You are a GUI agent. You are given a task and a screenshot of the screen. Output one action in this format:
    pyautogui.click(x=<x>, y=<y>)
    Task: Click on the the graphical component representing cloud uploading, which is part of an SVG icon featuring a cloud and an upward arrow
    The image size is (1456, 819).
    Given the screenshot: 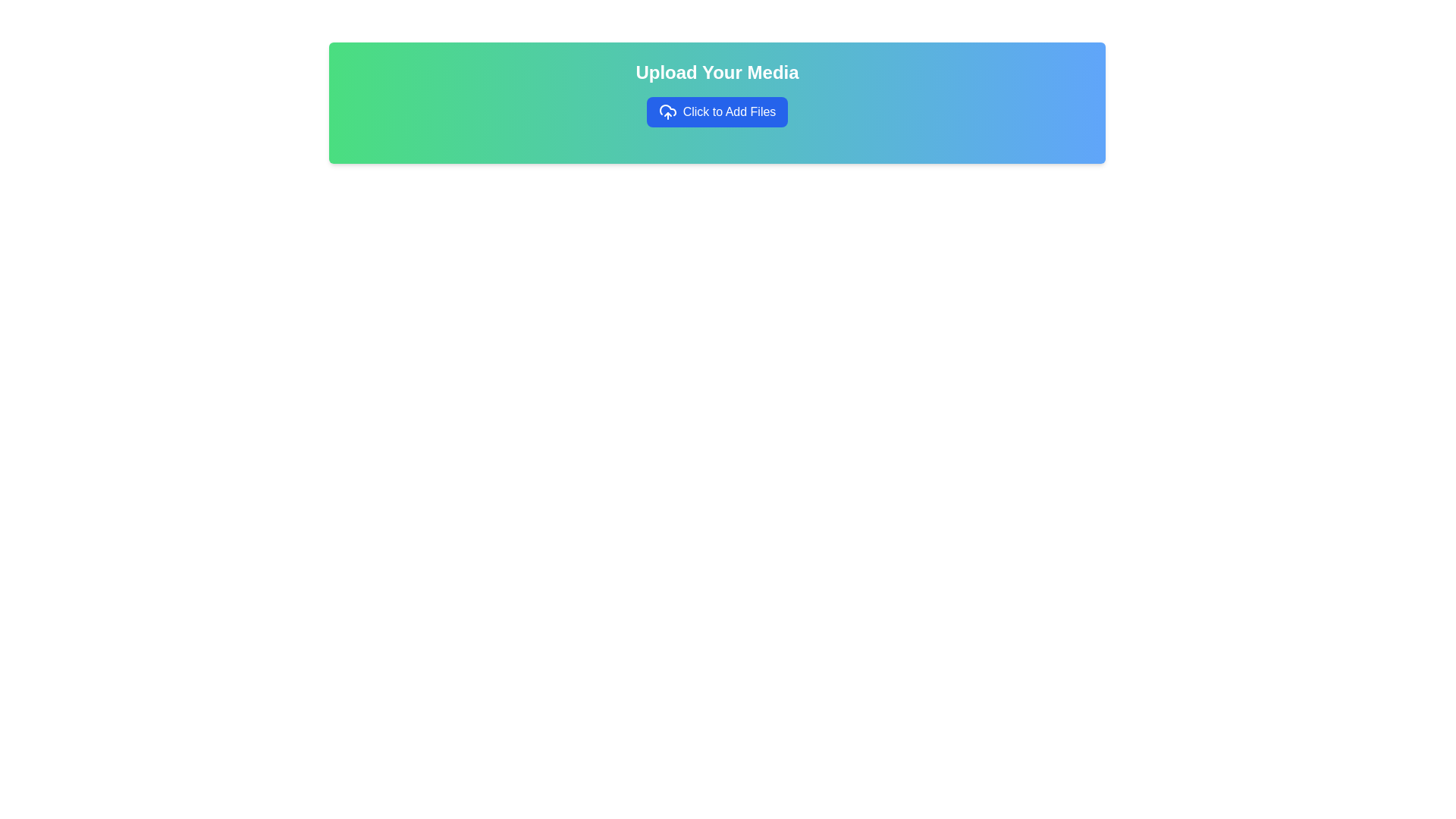 What is the action you would take?
    pyautogui.click(x=667, y=109)
    